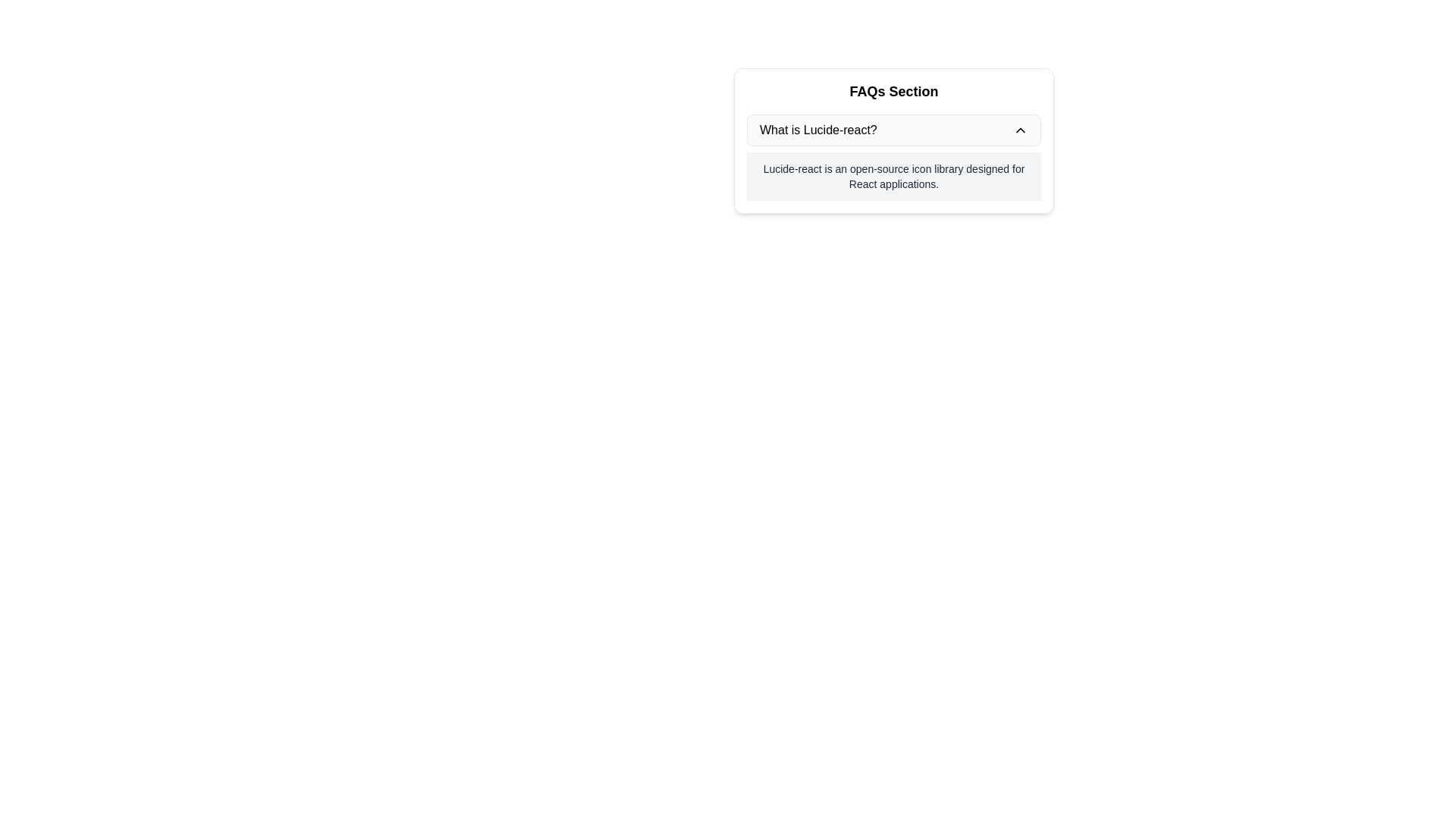 This screenshot has height=819, width=1456. Describe the element at coordinates (1020, 130) in the screenshot. I see `the chevron icon located adjacent to the question 'What is Lucide-react?'` at that location.